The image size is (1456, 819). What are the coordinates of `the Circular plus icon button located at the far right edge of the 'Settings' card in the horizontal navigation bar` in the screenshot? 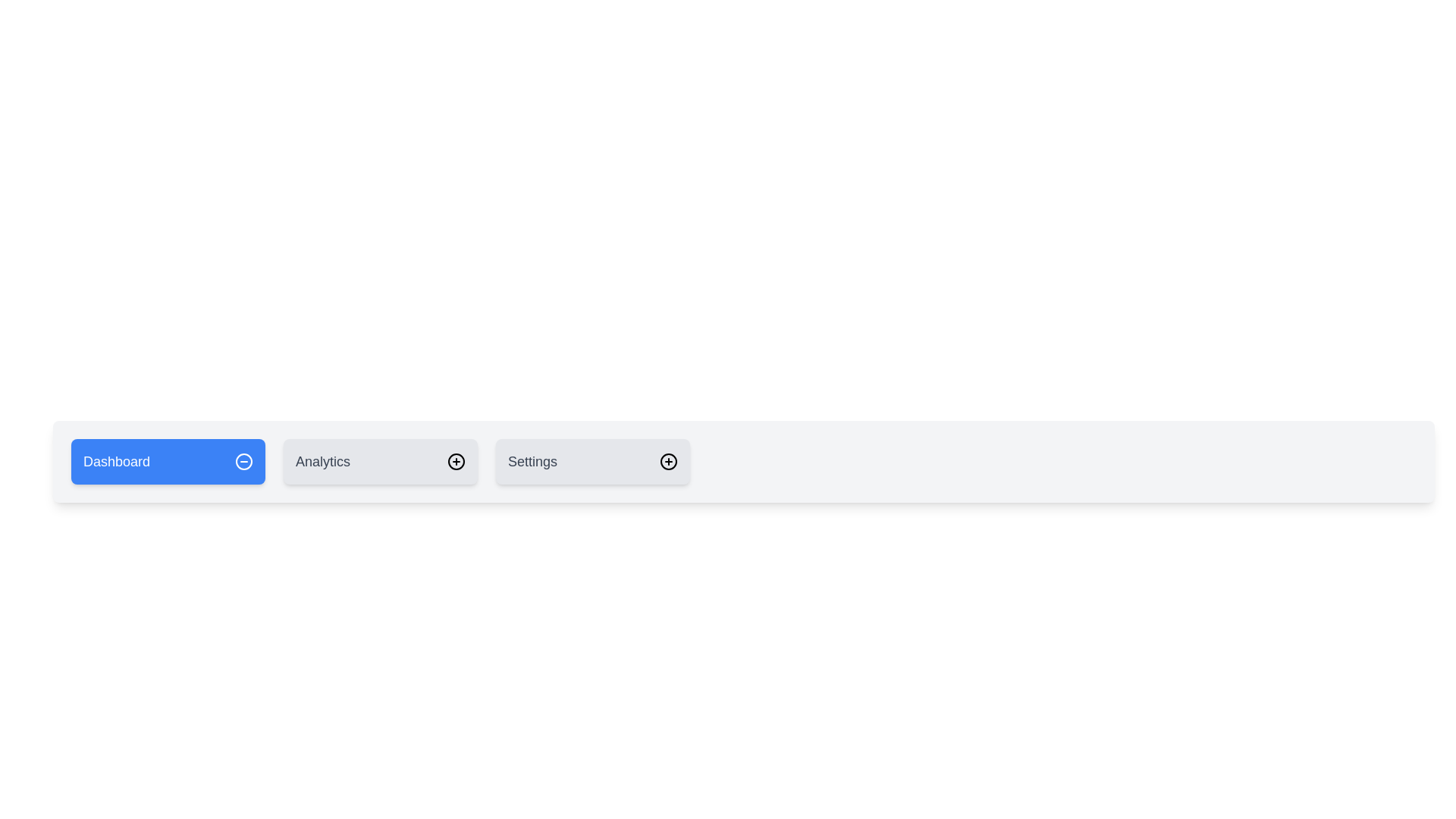 It's located at (668, 461).